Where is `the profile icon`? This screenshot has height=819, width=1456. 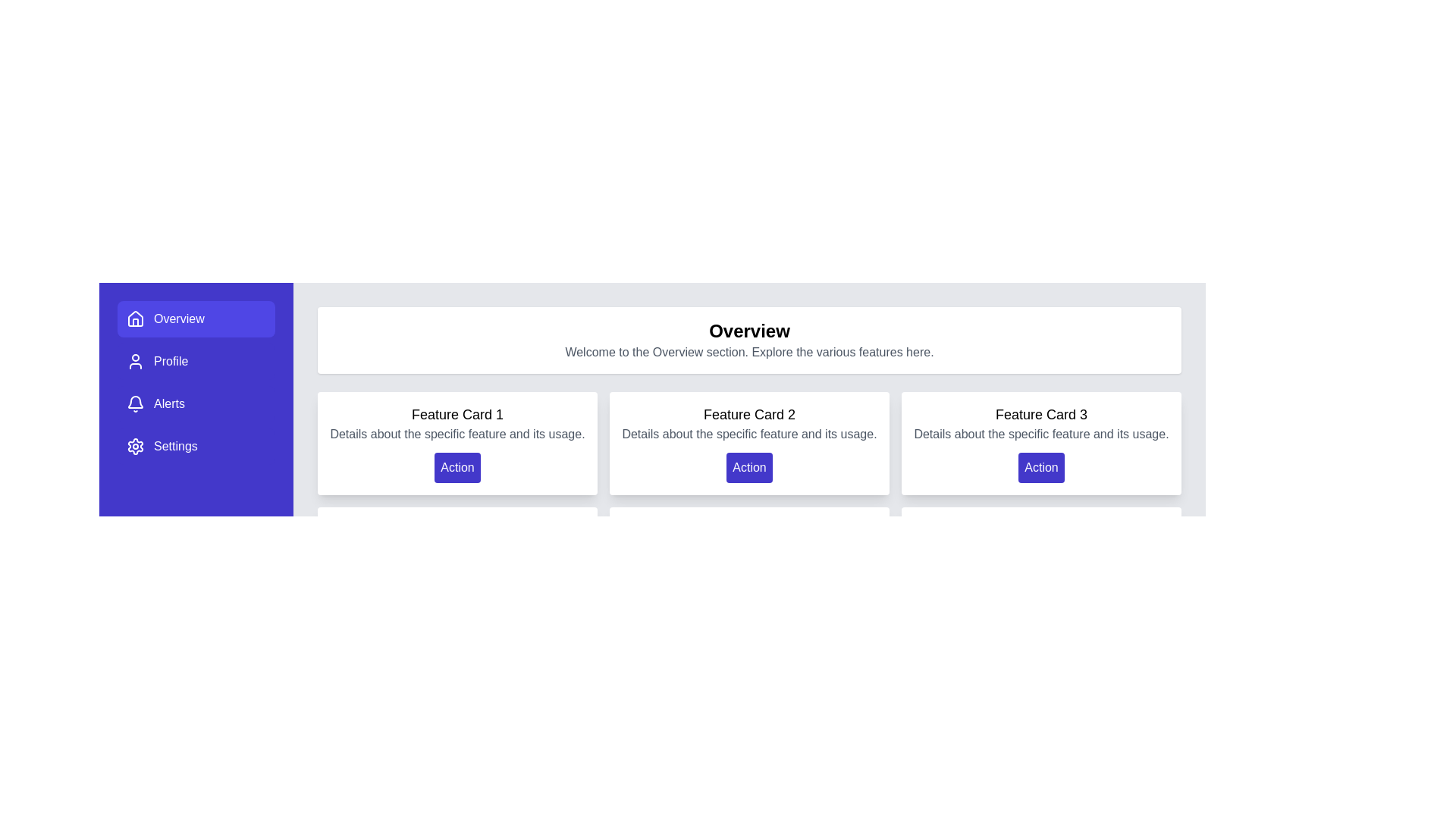 the profile icon is located at coordinates (135, 362).